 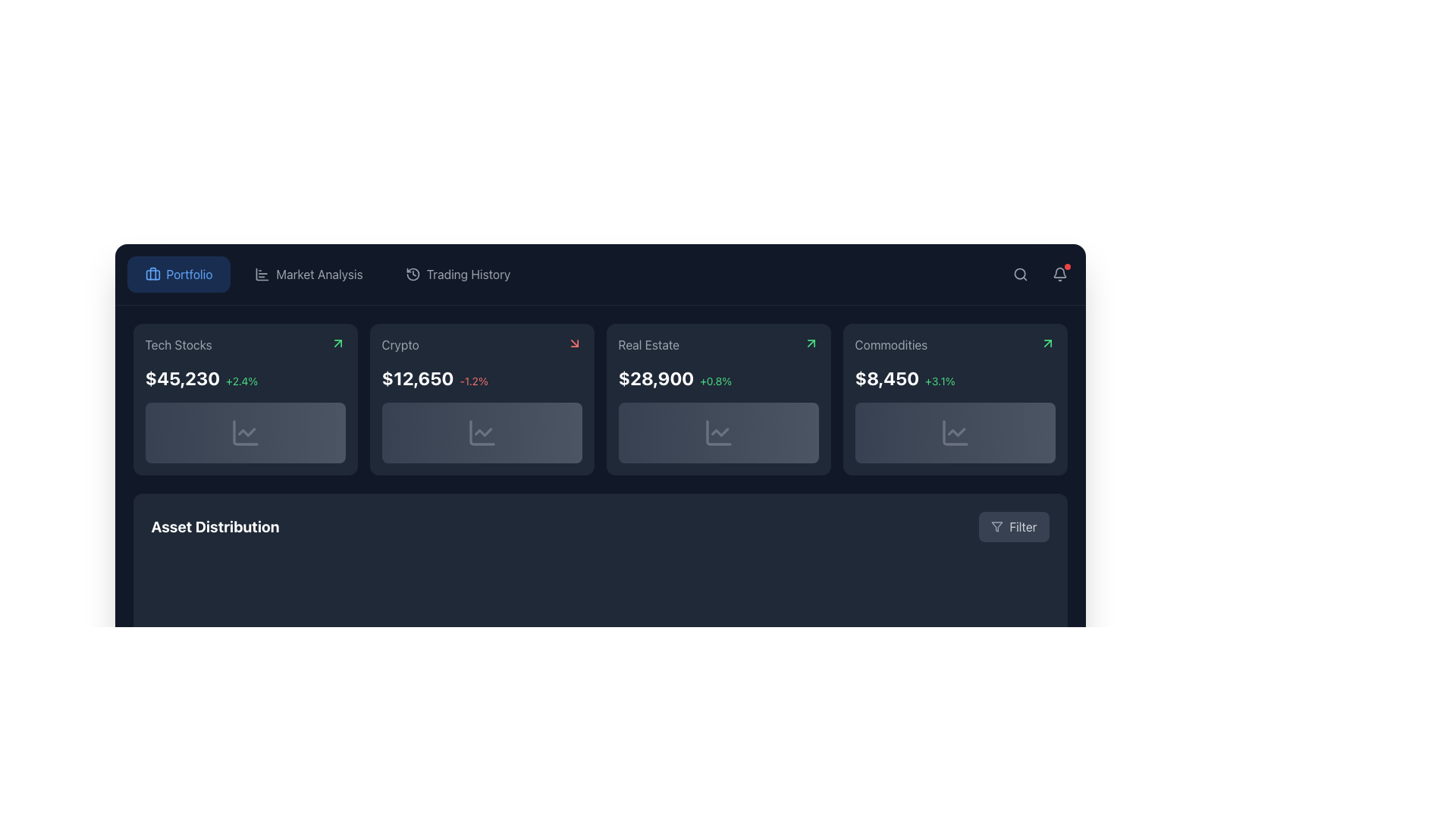 I want to click on the line chart icon representing financial trends located in the 'Tech Stocks' card, positioned beneath the numerical value '$45,230' and percentage change '+2.4%', so click(x=246, y=432).